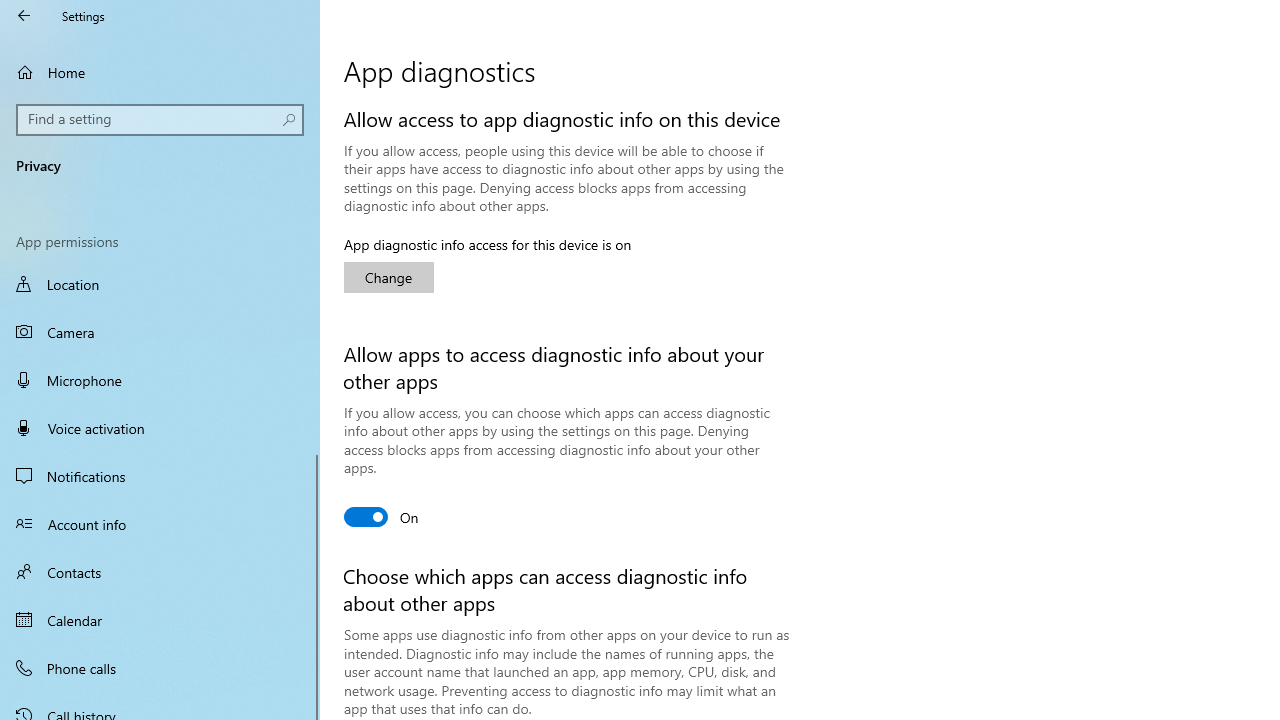 The image size is (1280, 720). What do you see at coordinates (160, 119) in the screenshot?
I see `'Search box, Find a setting'` at bounding box center [160, 119].